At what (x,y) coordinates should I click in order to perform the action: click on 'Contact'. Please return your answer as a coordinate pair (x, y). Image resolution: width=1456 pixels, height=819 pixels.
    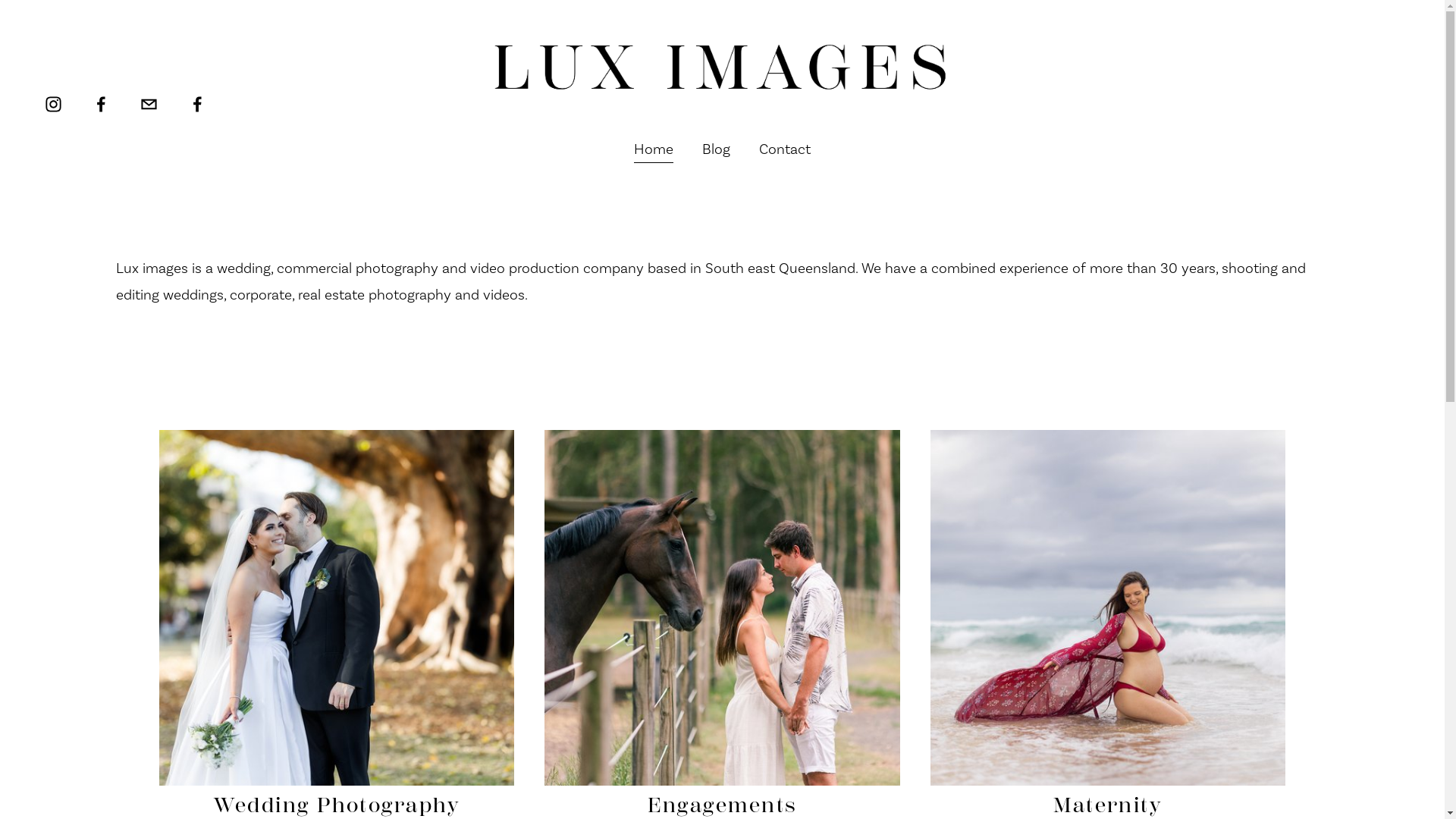
    Looking at the image, I should click on (785, 149).